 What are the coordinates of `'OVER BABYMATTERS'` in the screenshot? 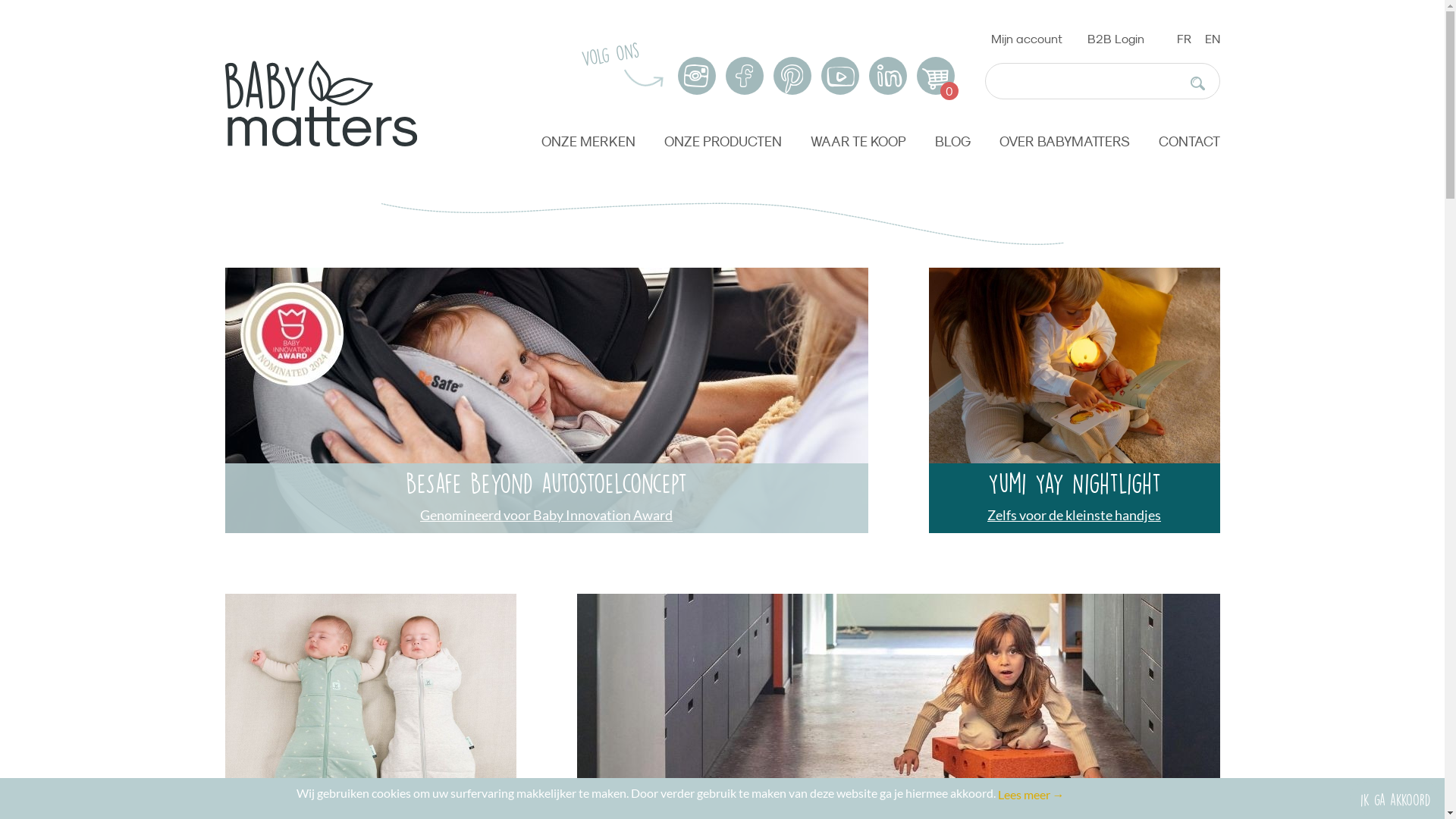 It's located at (1063, 142).